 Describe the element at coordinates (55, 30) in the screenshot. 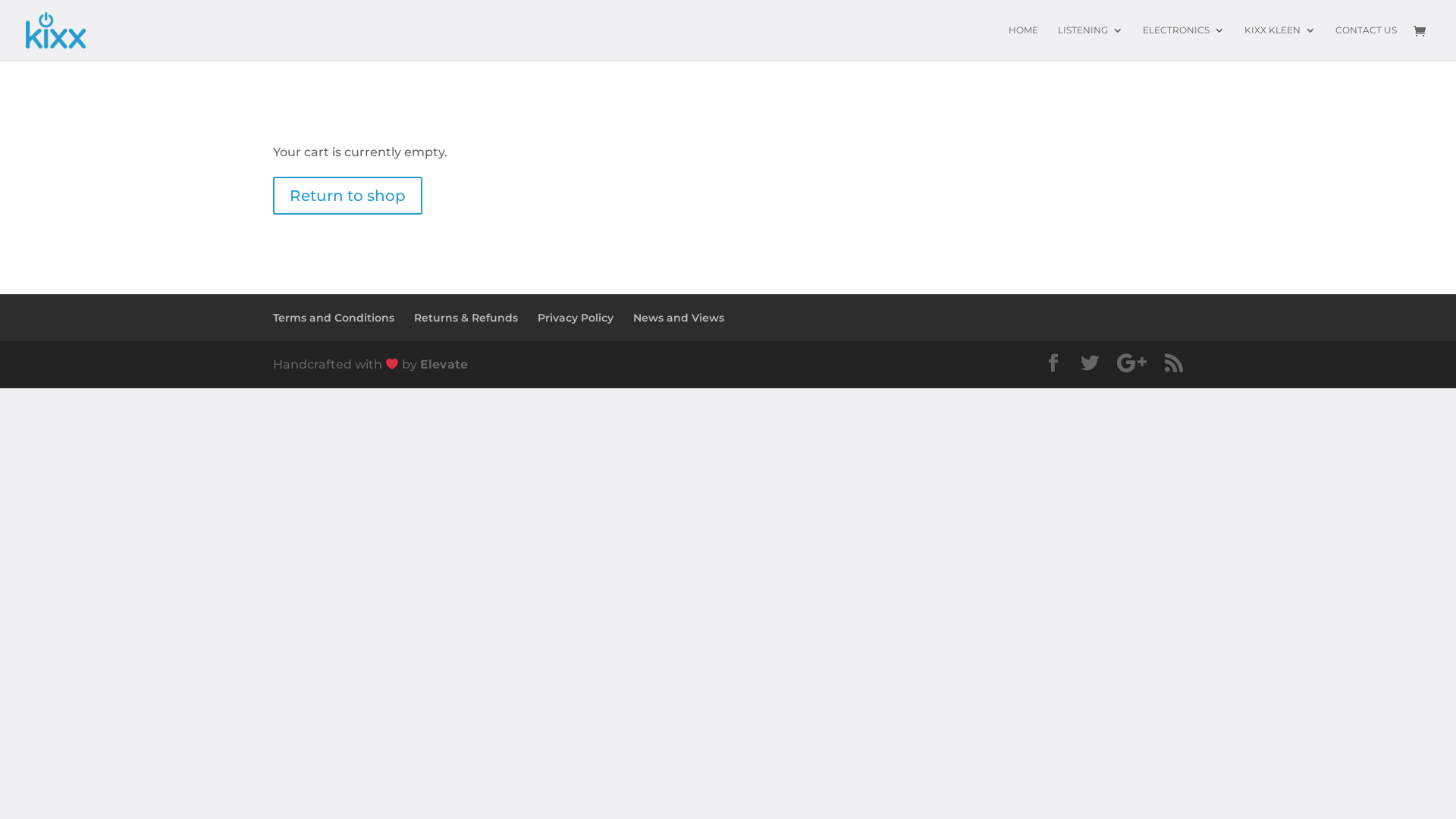

I see `'KIXX'` at that location.